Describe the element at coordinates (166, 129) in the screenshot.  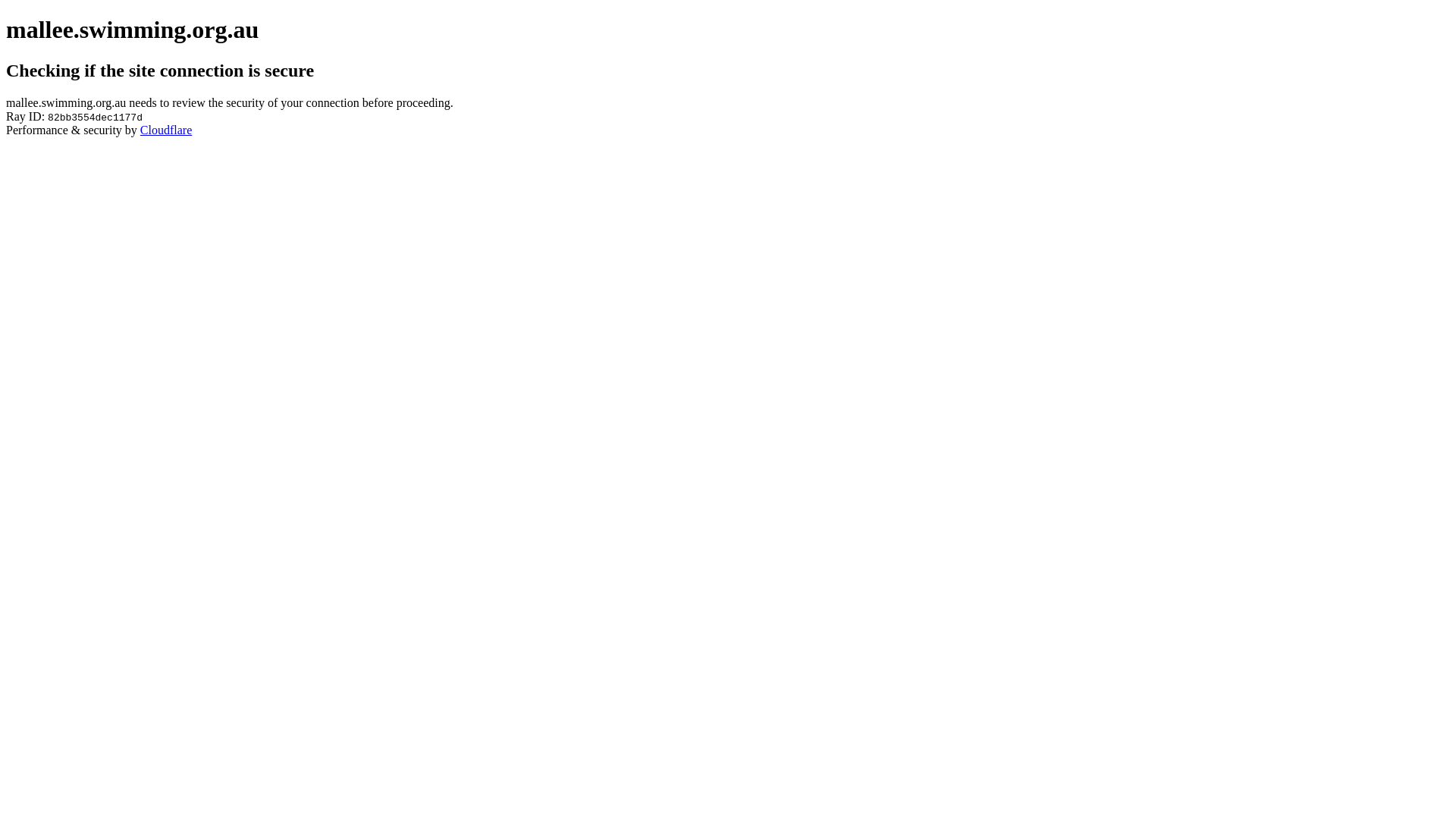
I see `'Cloudflare'` at that location.